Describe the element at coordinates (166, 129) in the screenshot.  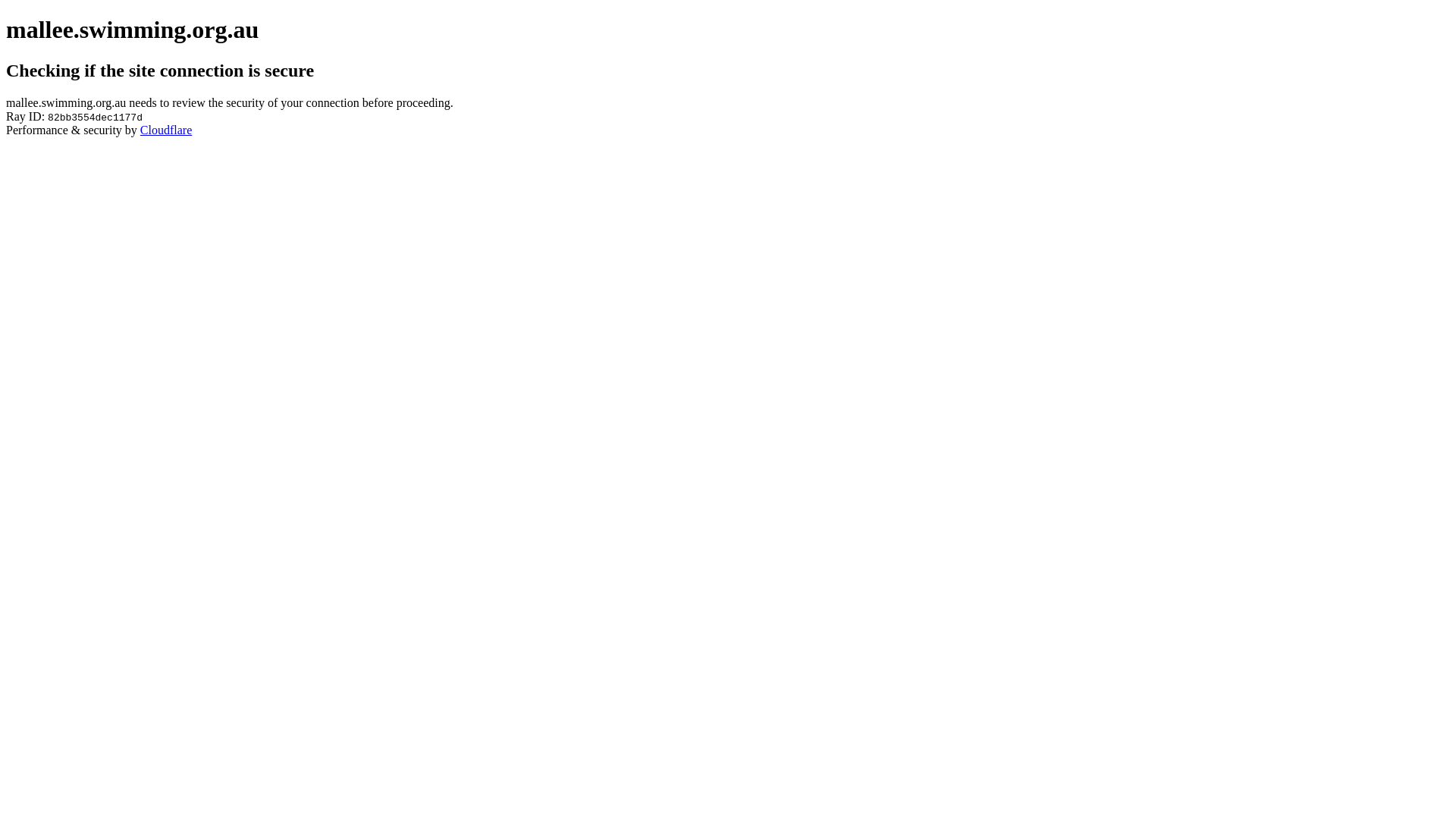
I see `'Cloudflare'` at that location.